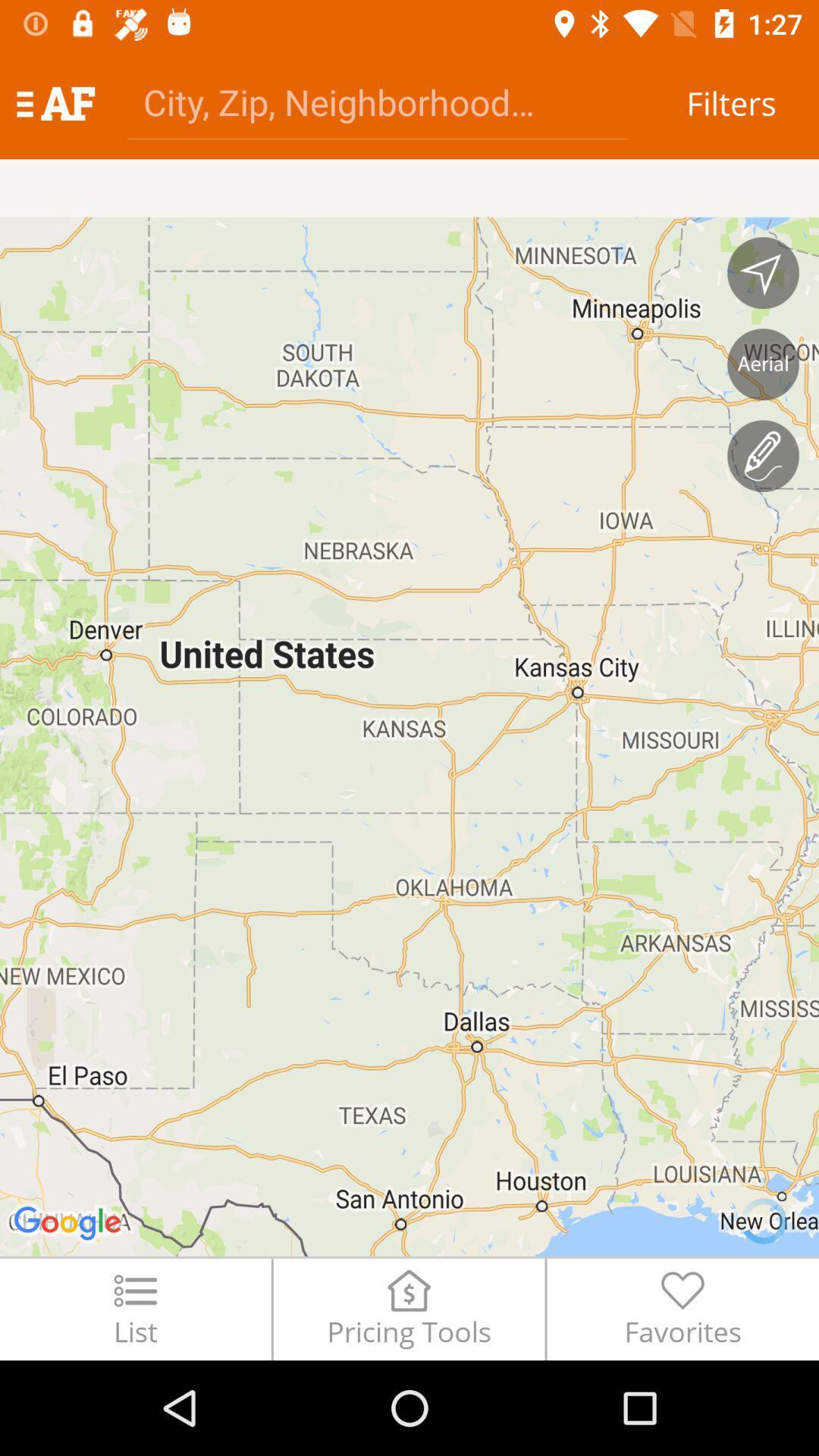 Image resolution: width=819 pixels, height=1456 pixels. What do you see at coordinates (376, 101) in the screenshot?
I see `the item next to the filters item` at bounding box center [376, 101].